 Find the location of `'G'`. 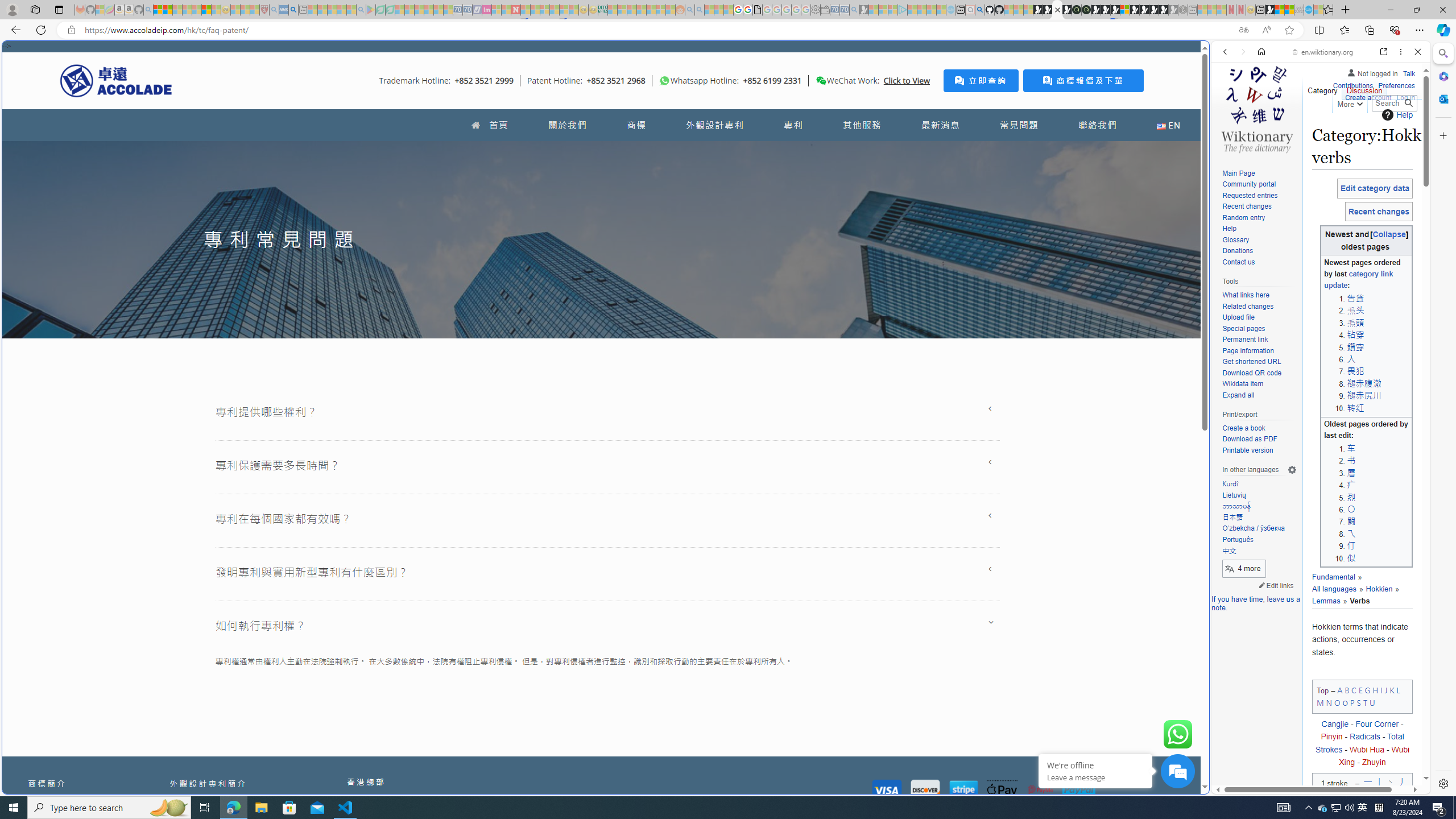

'G' is located at coordinates (1366, 690).